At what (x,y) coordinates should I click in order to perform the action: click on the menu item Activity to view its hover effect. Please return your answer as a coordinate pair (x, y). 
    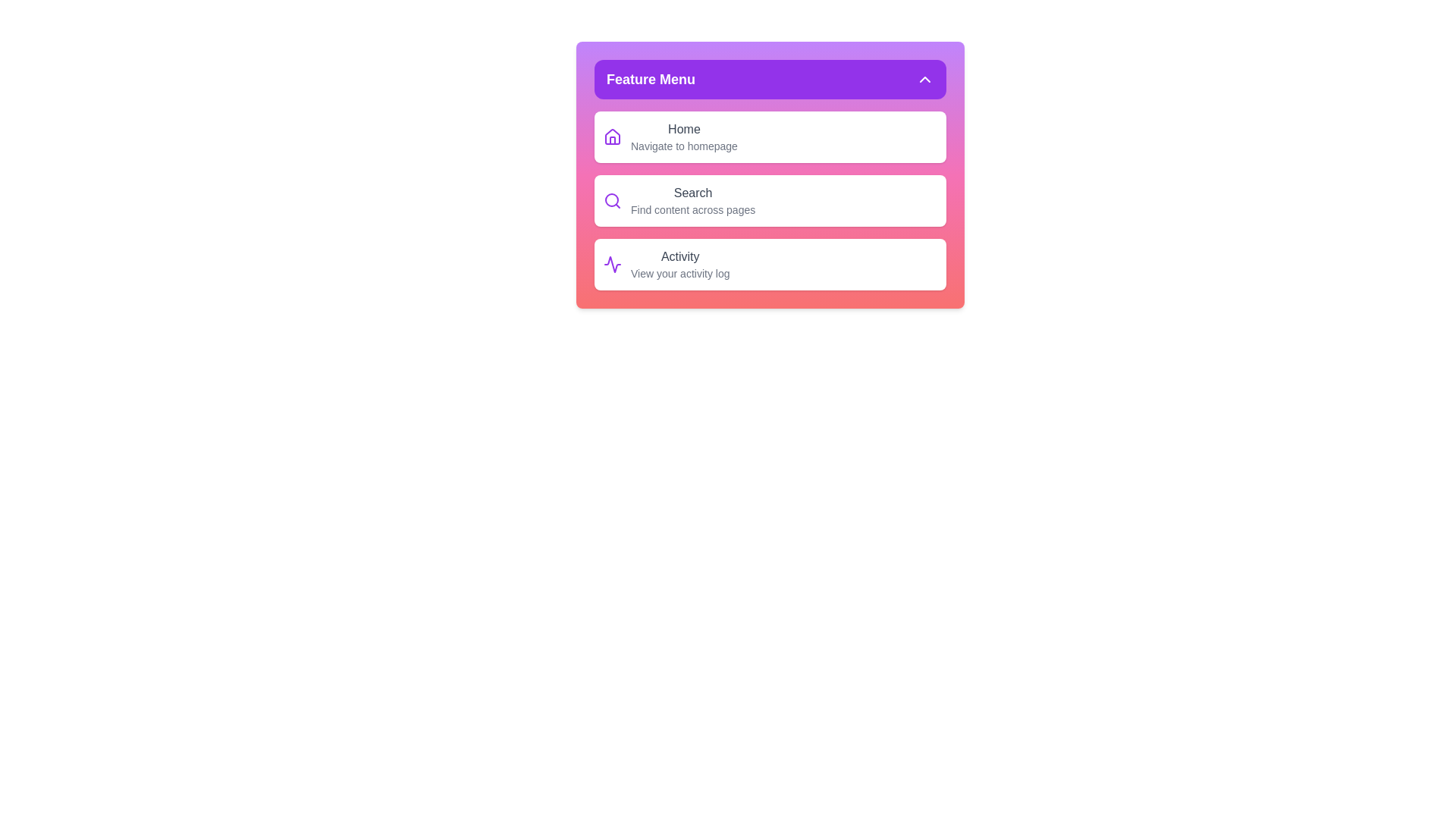
    Looking at the image, I should click on (770, 263).